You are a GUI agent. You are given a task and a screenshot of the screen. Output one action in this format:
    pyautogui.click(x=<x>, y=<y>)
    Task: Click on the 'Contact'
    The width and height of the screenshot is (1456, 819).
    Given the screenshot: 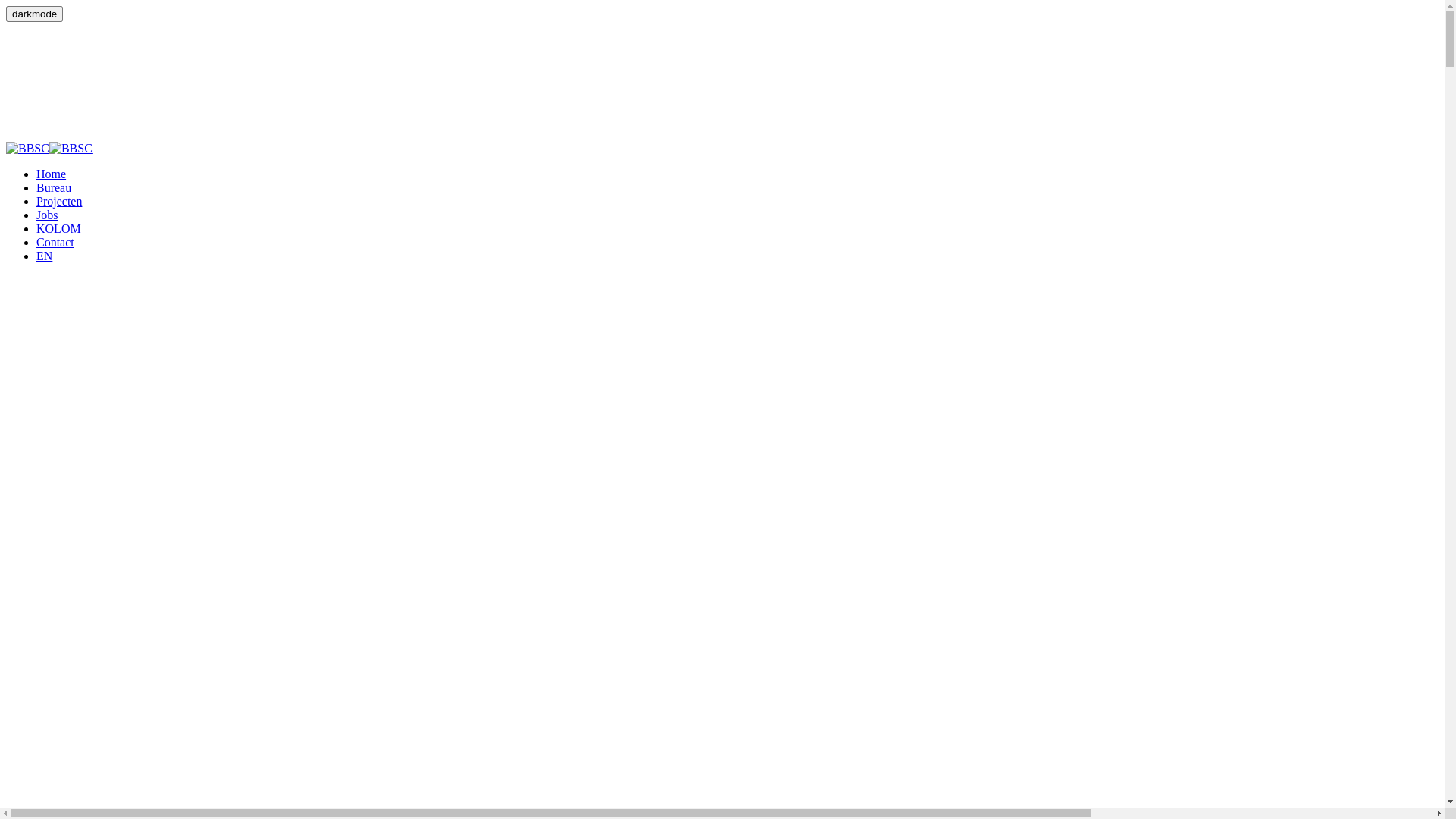 What is the action you would take?
    pyautogui.click(x=55, y=241)
    